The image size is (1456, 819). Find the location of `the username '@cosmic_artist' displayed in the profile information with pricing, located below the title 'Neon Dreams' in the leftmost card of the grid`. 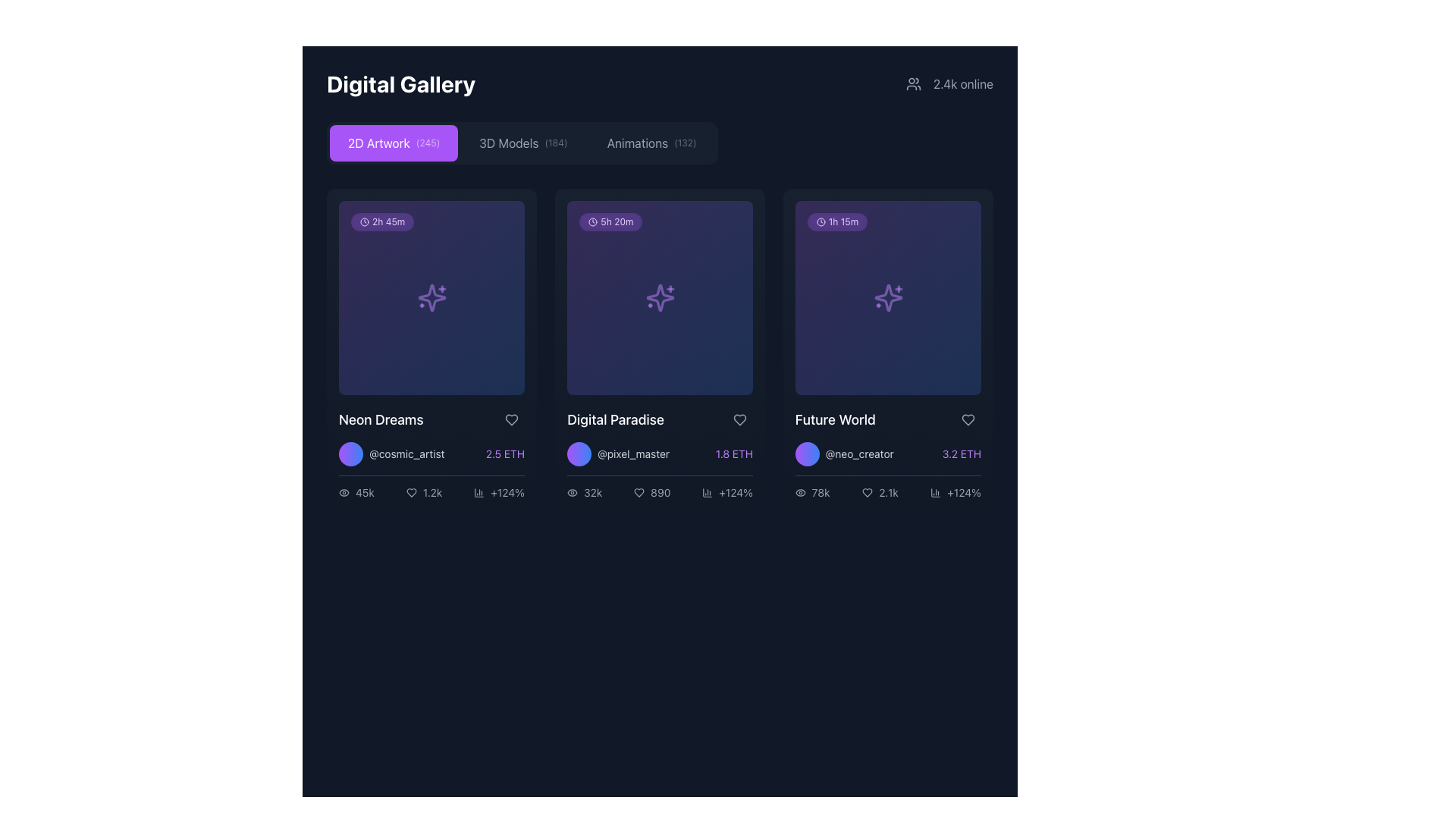

the username '@cosmic_artist' displayed in the profile information with pricing, located below the title 'Neon Dreams' in the leftmost card of the grid is located at coordinates (431, 453).